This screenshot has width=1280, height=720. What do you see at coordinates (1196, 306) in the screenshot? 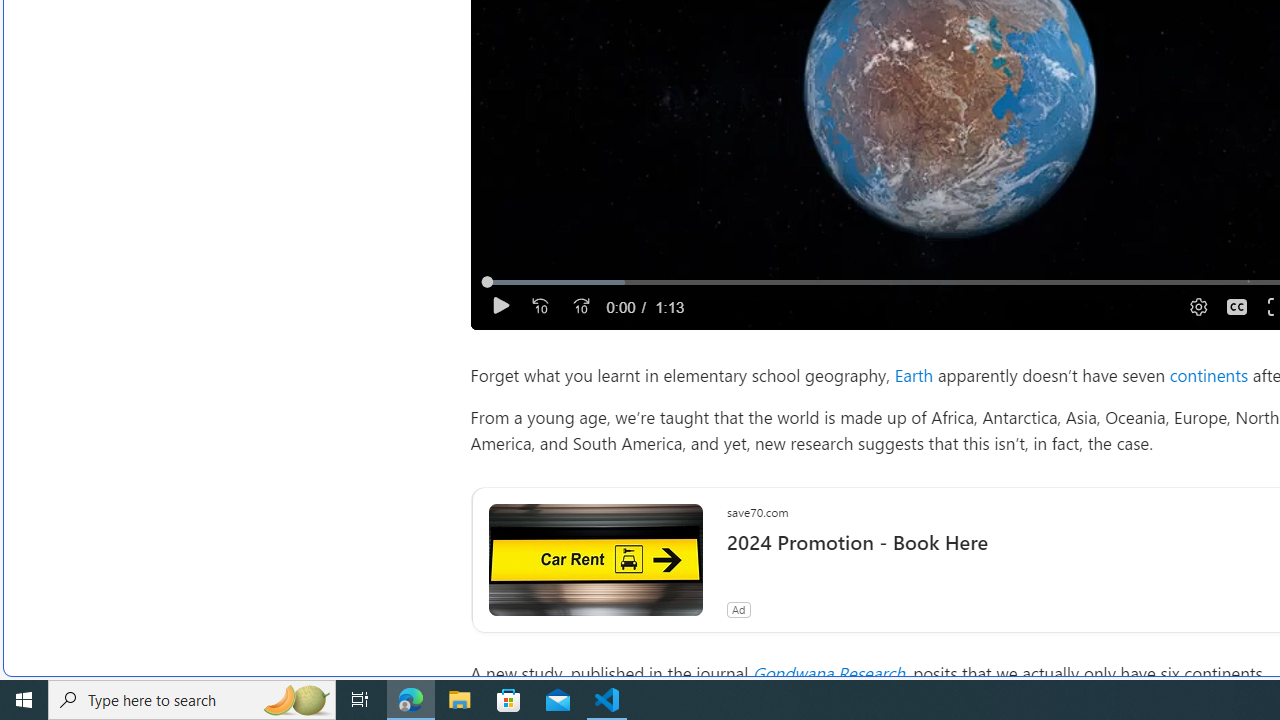
I see `'Quality Settings'` at bounding box center [1196, 306].